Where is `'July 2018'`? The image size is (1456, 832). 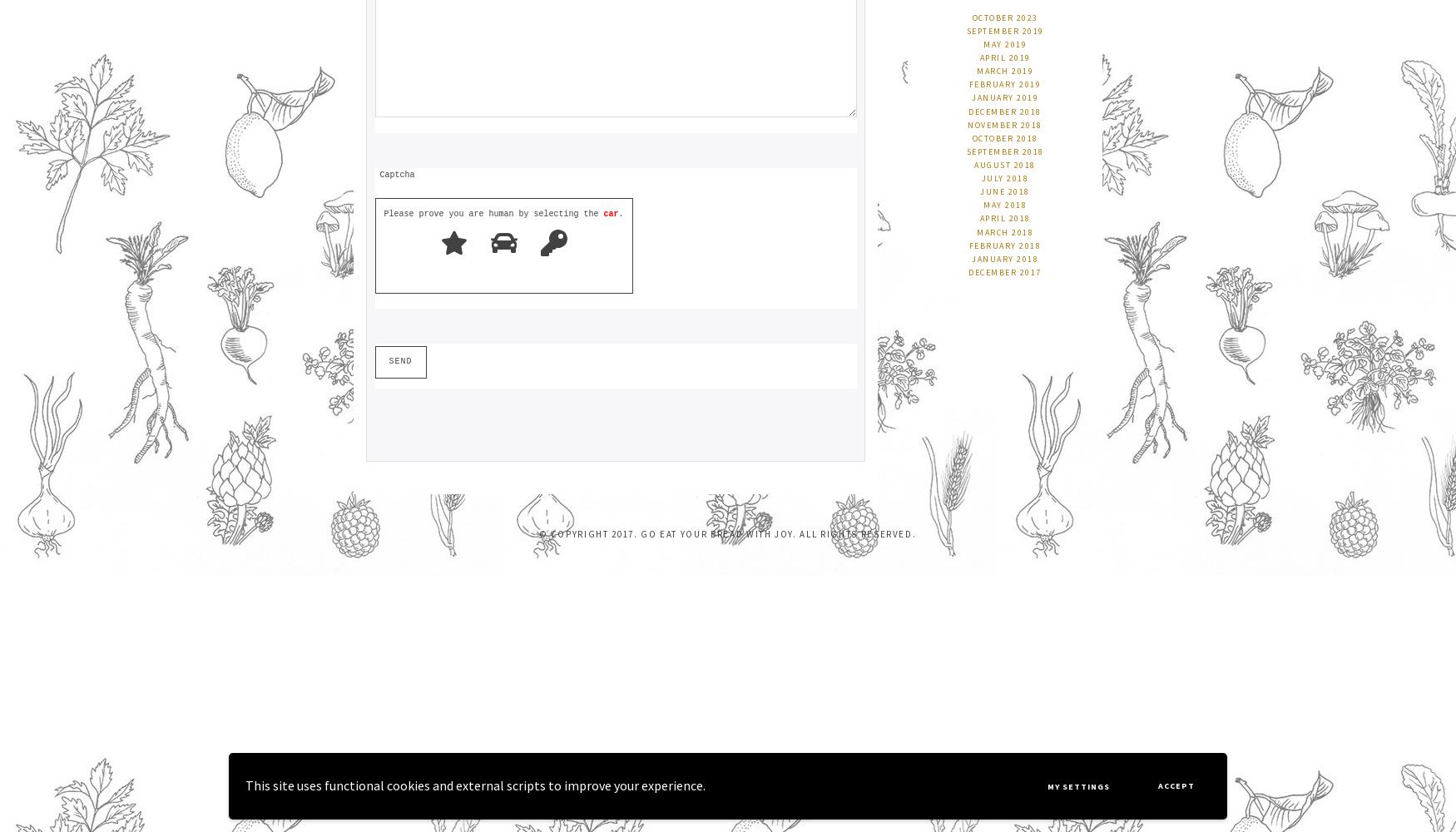
'July 2018' is located at coordinates (1004, 177).